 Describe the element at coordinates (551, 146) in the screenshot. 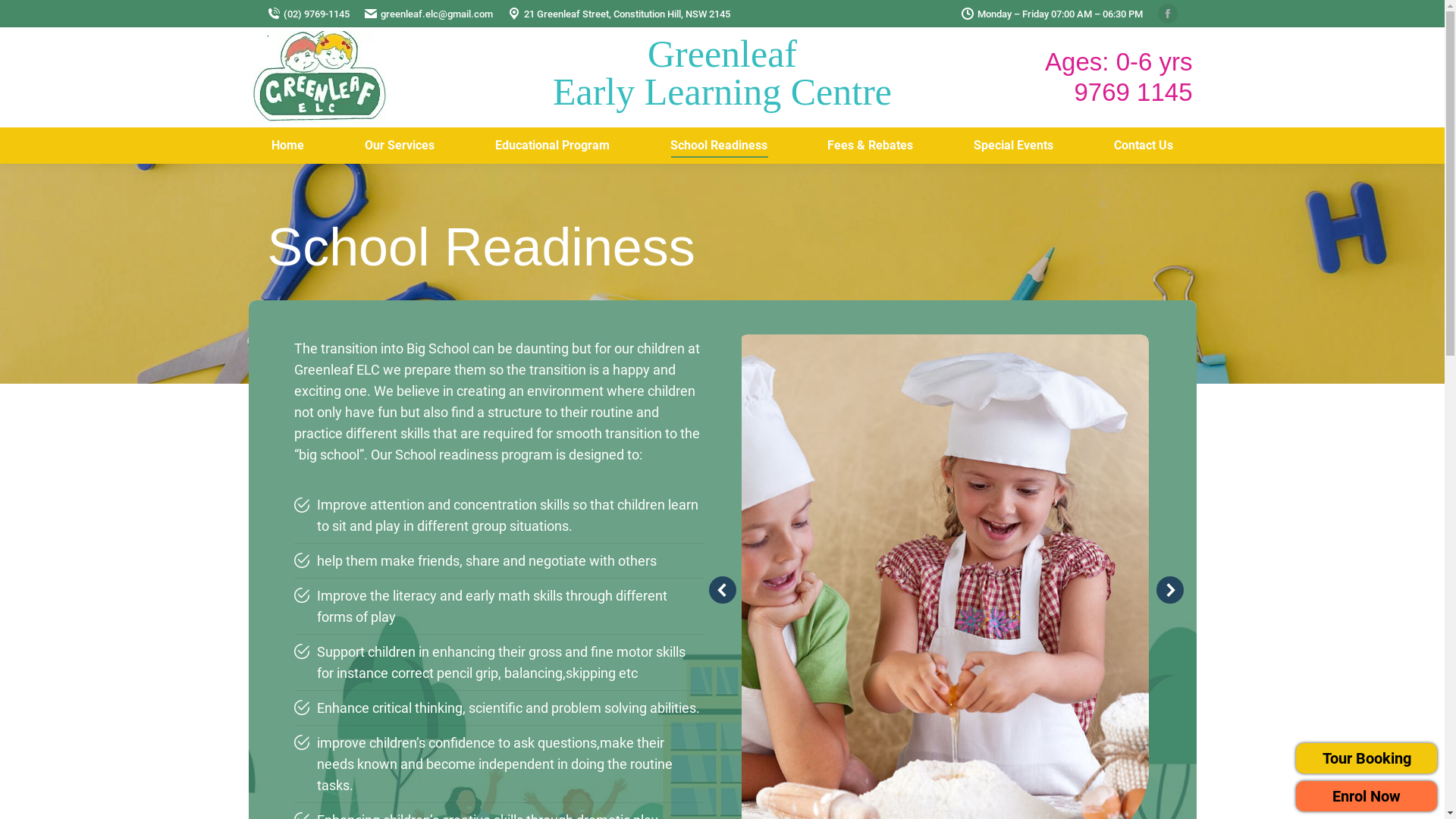

I see `'Educational Program'` at that location.